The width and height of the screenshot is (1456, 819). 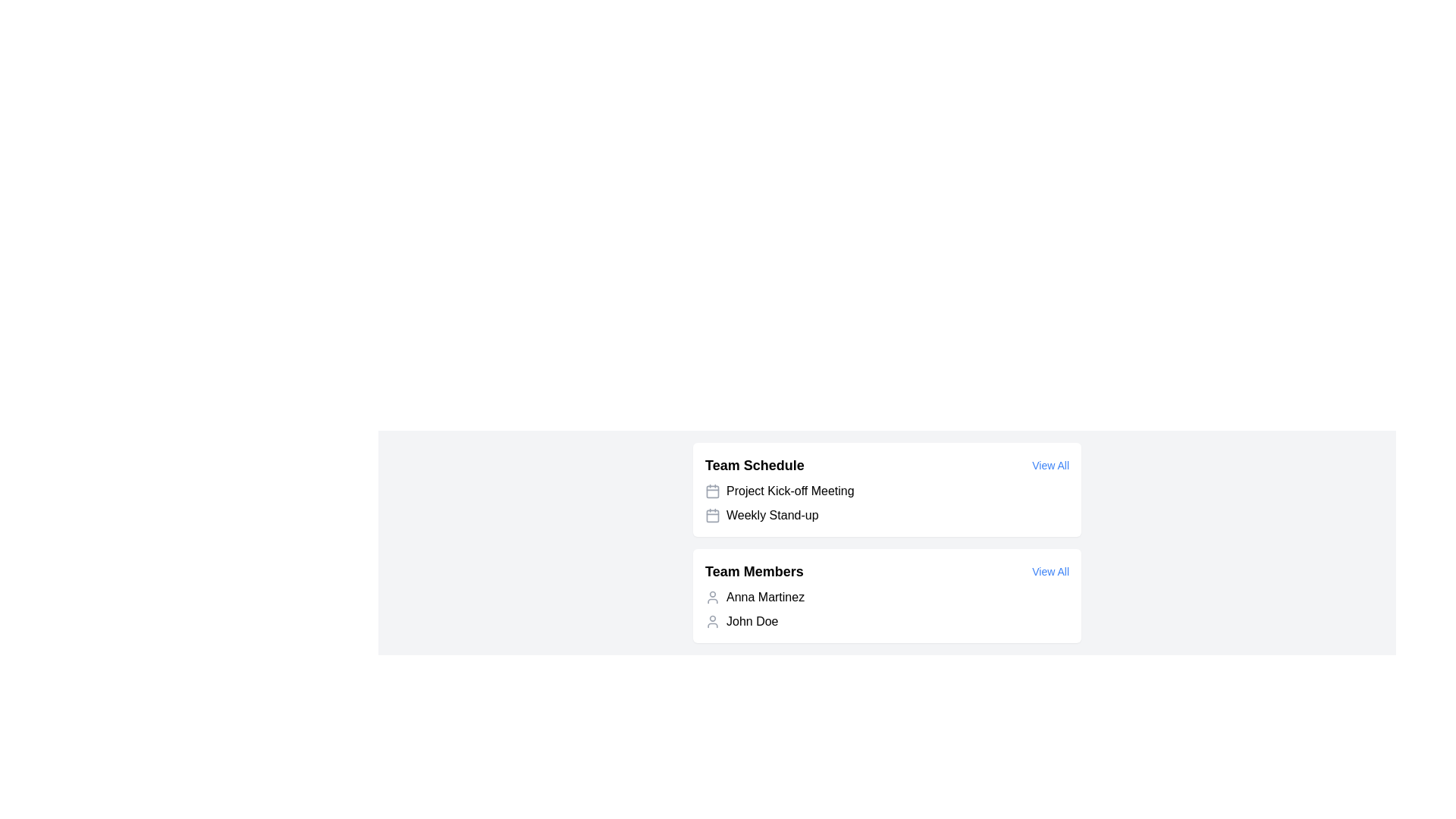 What do you see at coordinates (887, 622) in the screenshot?
I see `the second list item representing a team member's information in the 'Team Members' section` at bounding box center [887, 622].